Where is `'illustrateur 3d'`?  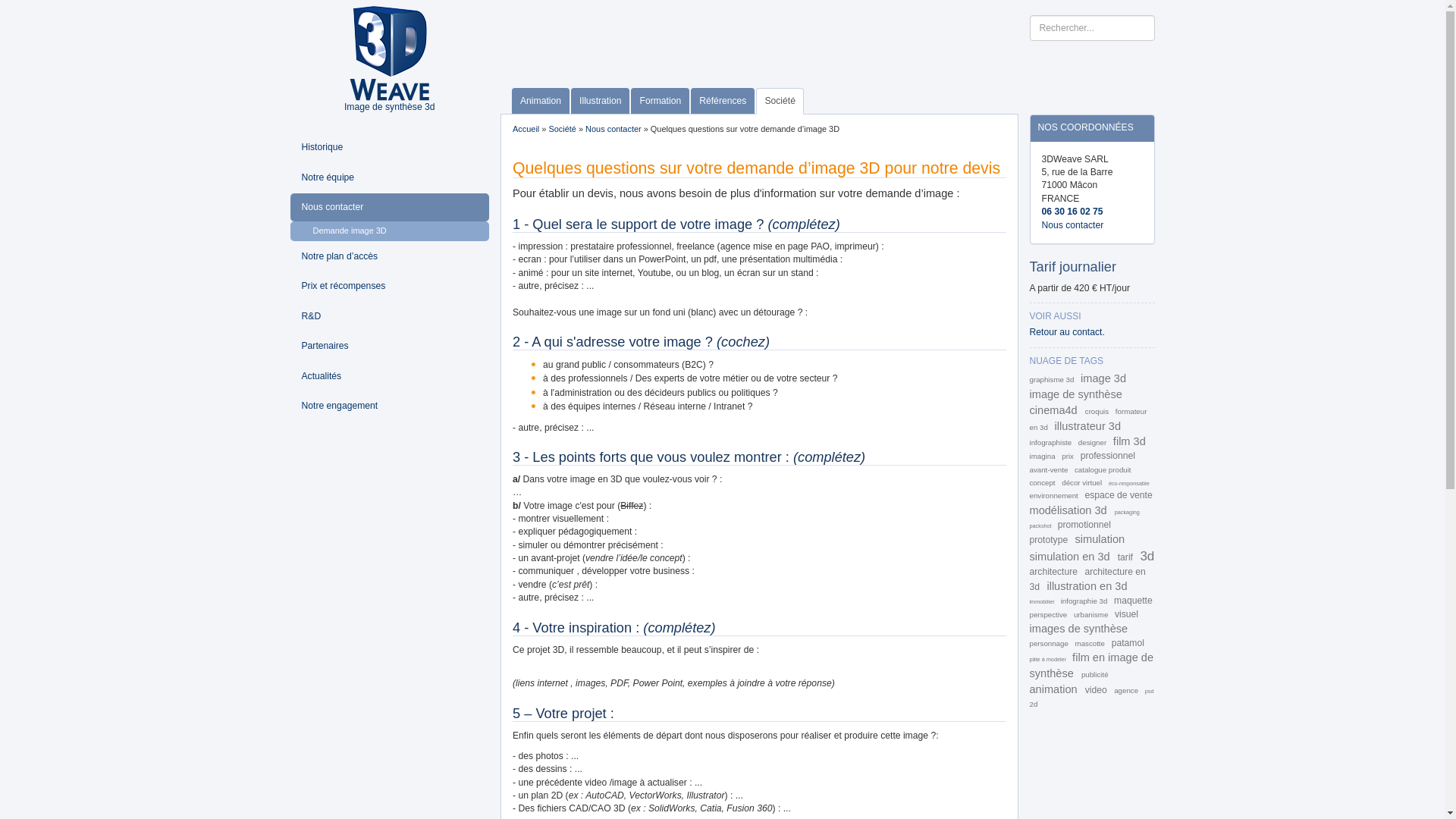 'illustrateur 3d' is located at coordinates (1054, 426).